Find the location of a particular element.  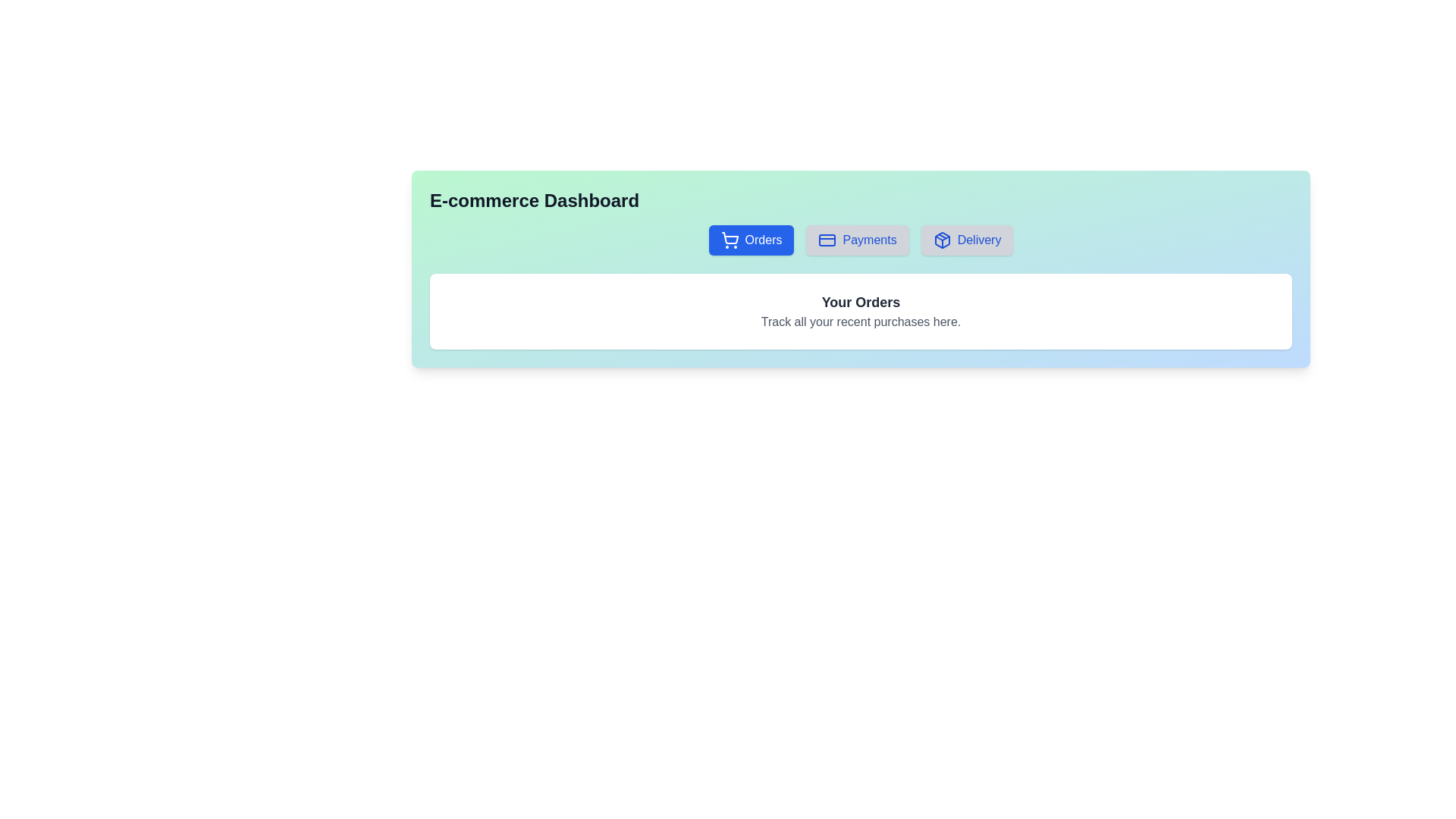

the Navigation Toolbar is located at coordinates (861, 239).